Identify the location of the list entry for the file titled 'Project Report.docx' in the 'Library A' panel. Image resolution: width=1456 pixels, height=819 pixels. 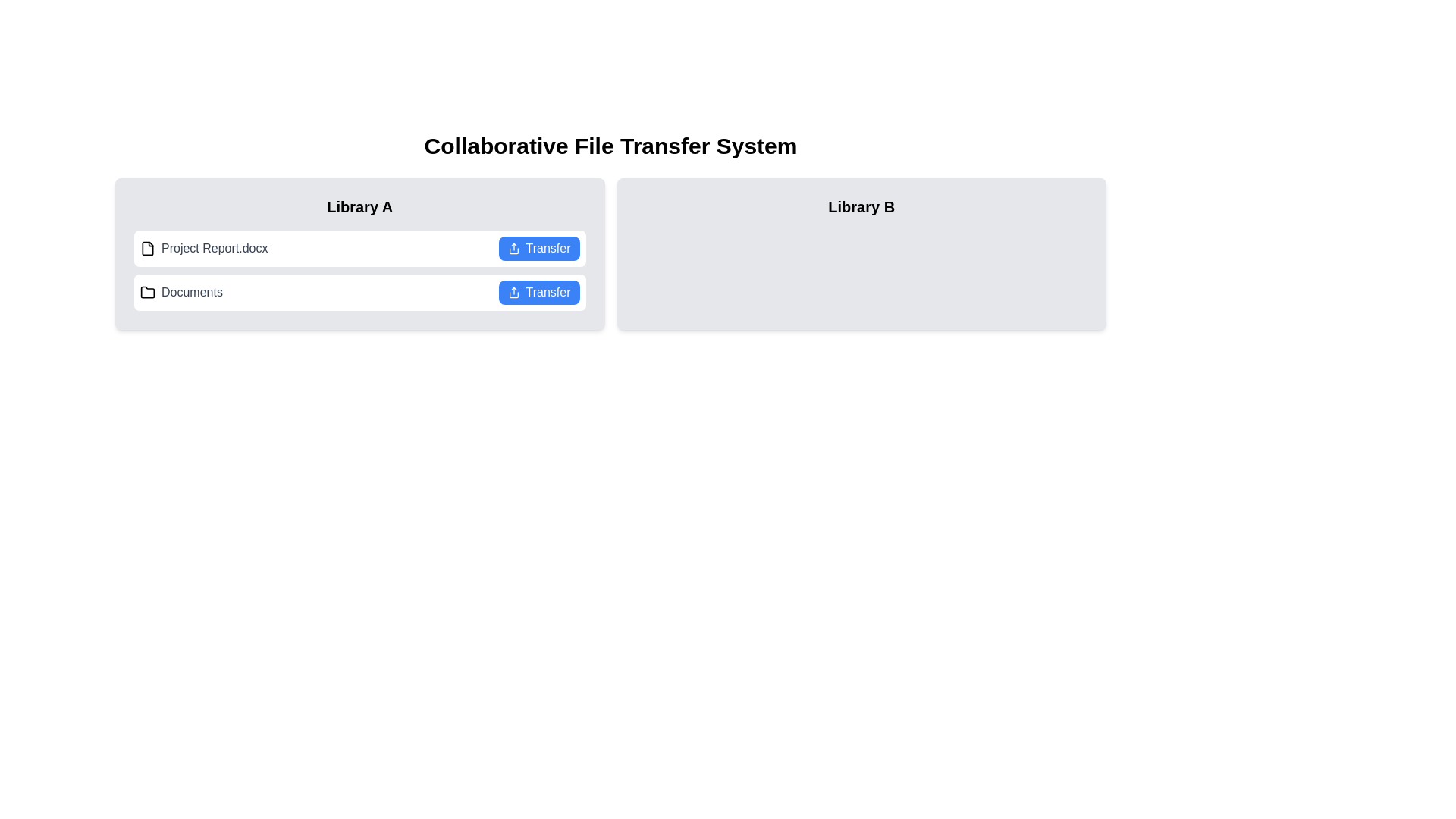
(359, 253).